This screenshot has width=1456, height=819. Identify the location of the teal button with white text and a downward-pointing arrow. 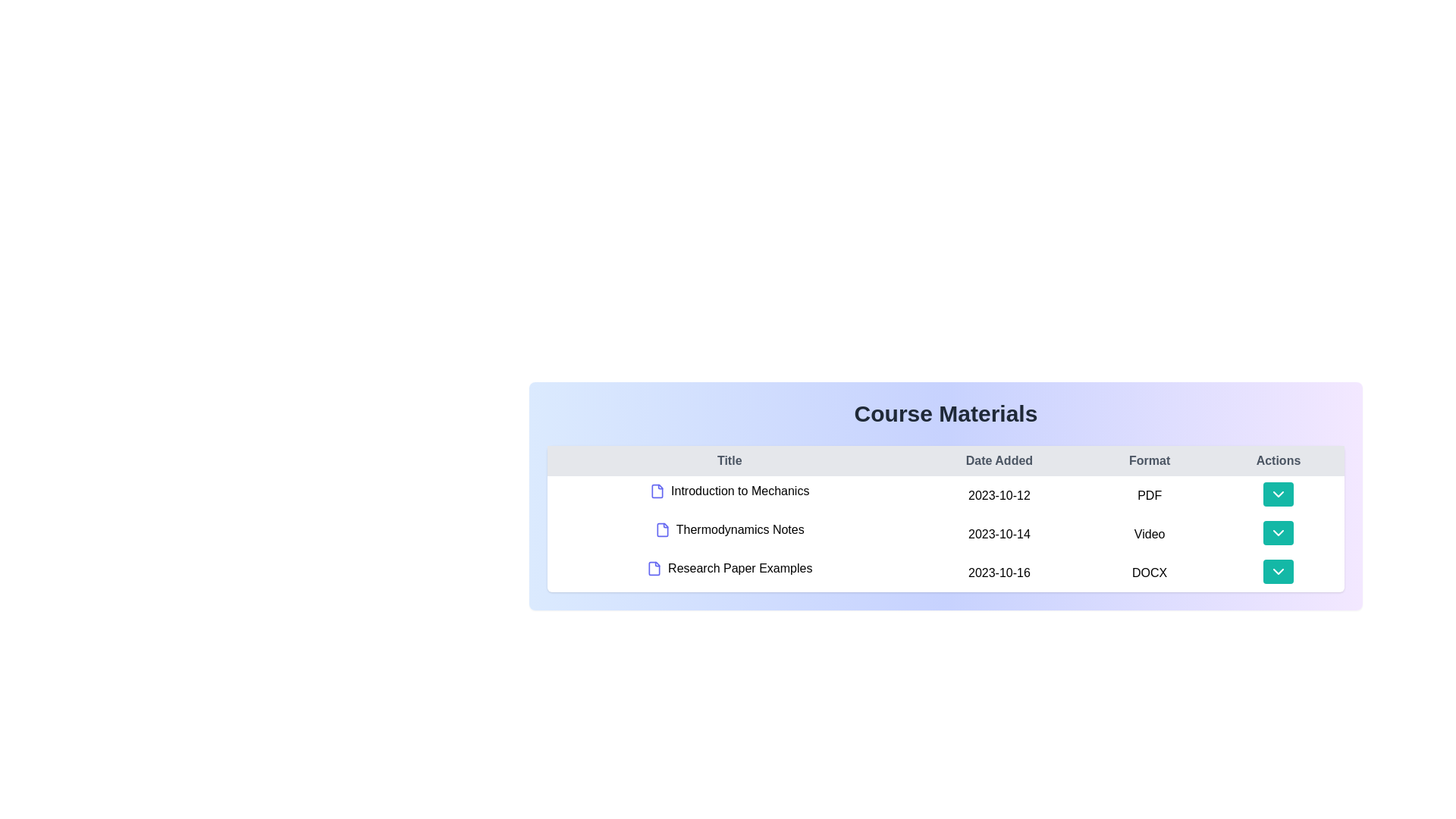
(1277, 532).